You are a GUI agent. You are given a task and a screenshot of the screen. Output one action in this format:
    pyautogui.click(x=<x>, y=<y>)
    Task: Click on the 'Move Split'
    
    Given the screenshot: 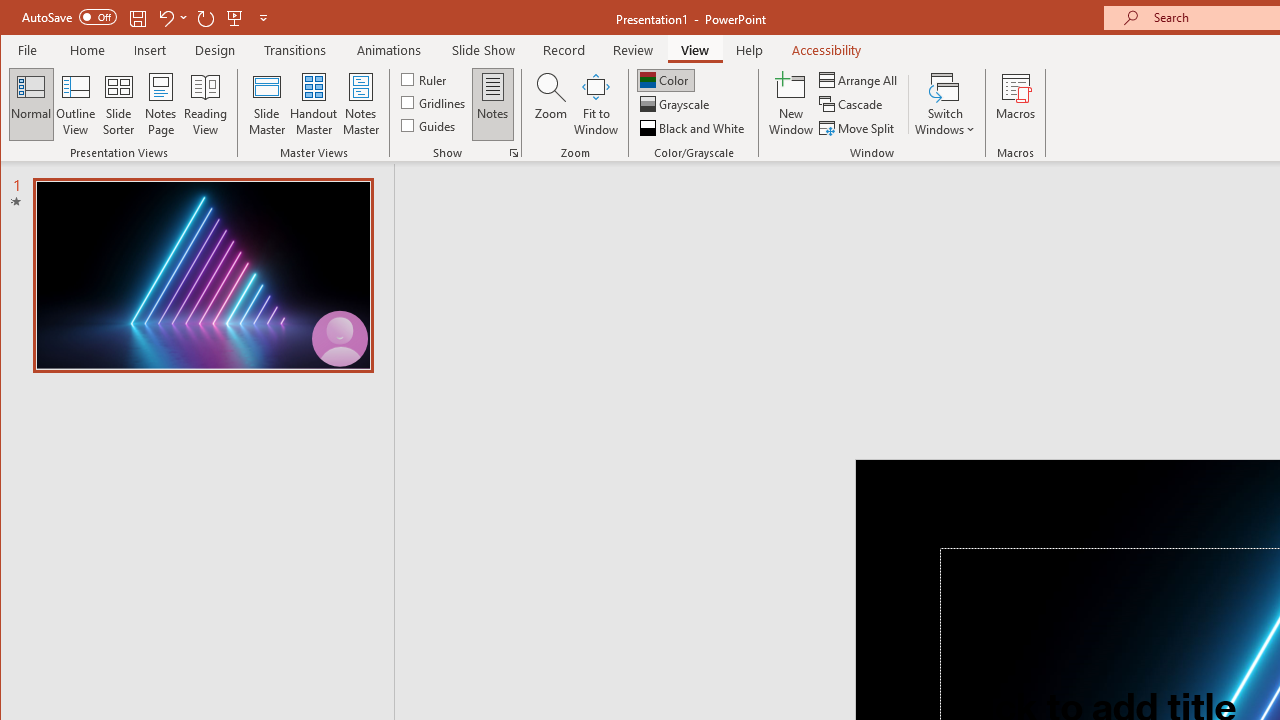 What is the action you would take?
    pyautogui.click(x=858, y=128)
    